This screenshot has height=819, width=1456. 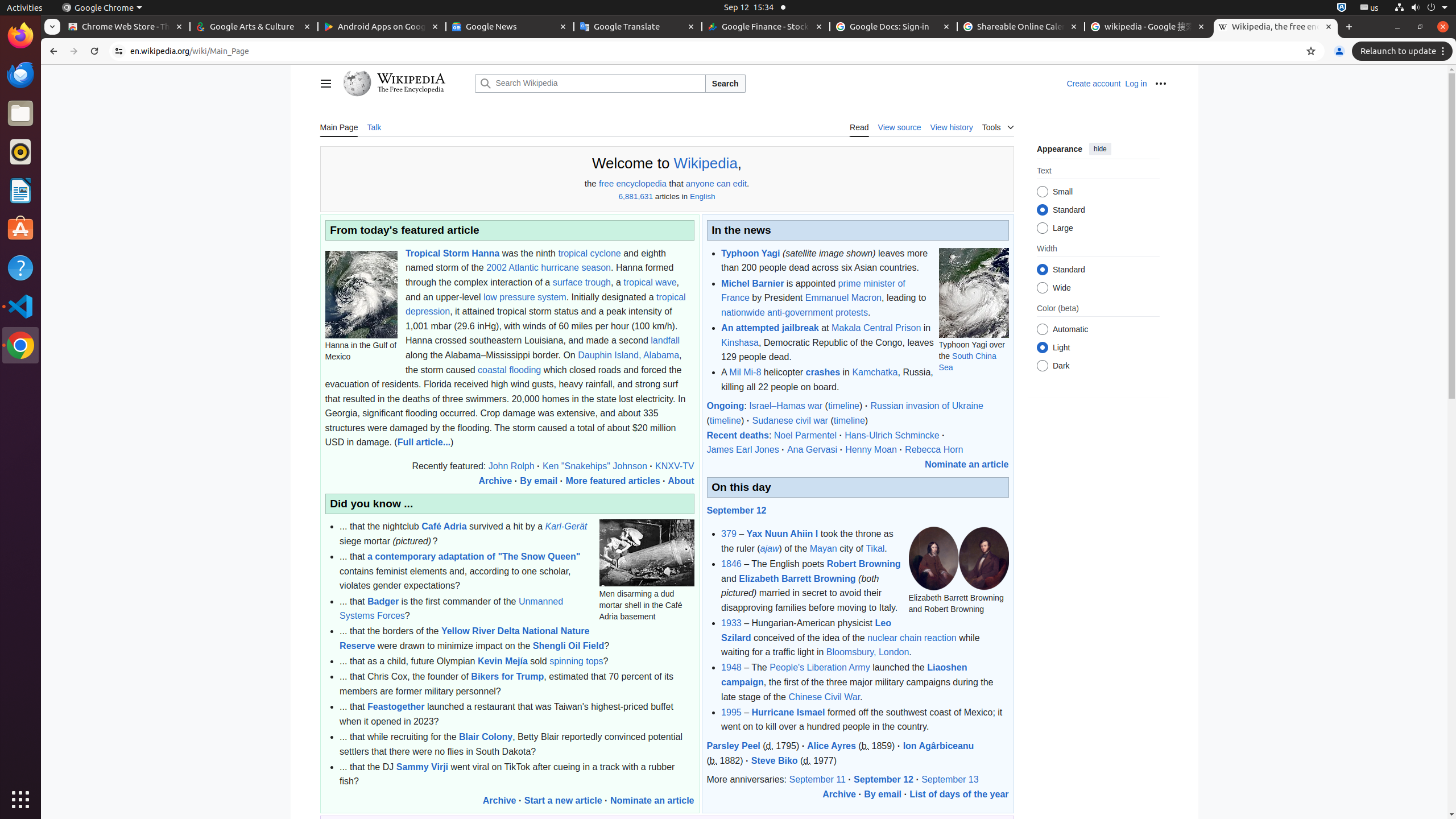 What do you see at coordinates (338, 126) in the screenshot?
I see `'Main Page'` at bounding box center [338, 126].